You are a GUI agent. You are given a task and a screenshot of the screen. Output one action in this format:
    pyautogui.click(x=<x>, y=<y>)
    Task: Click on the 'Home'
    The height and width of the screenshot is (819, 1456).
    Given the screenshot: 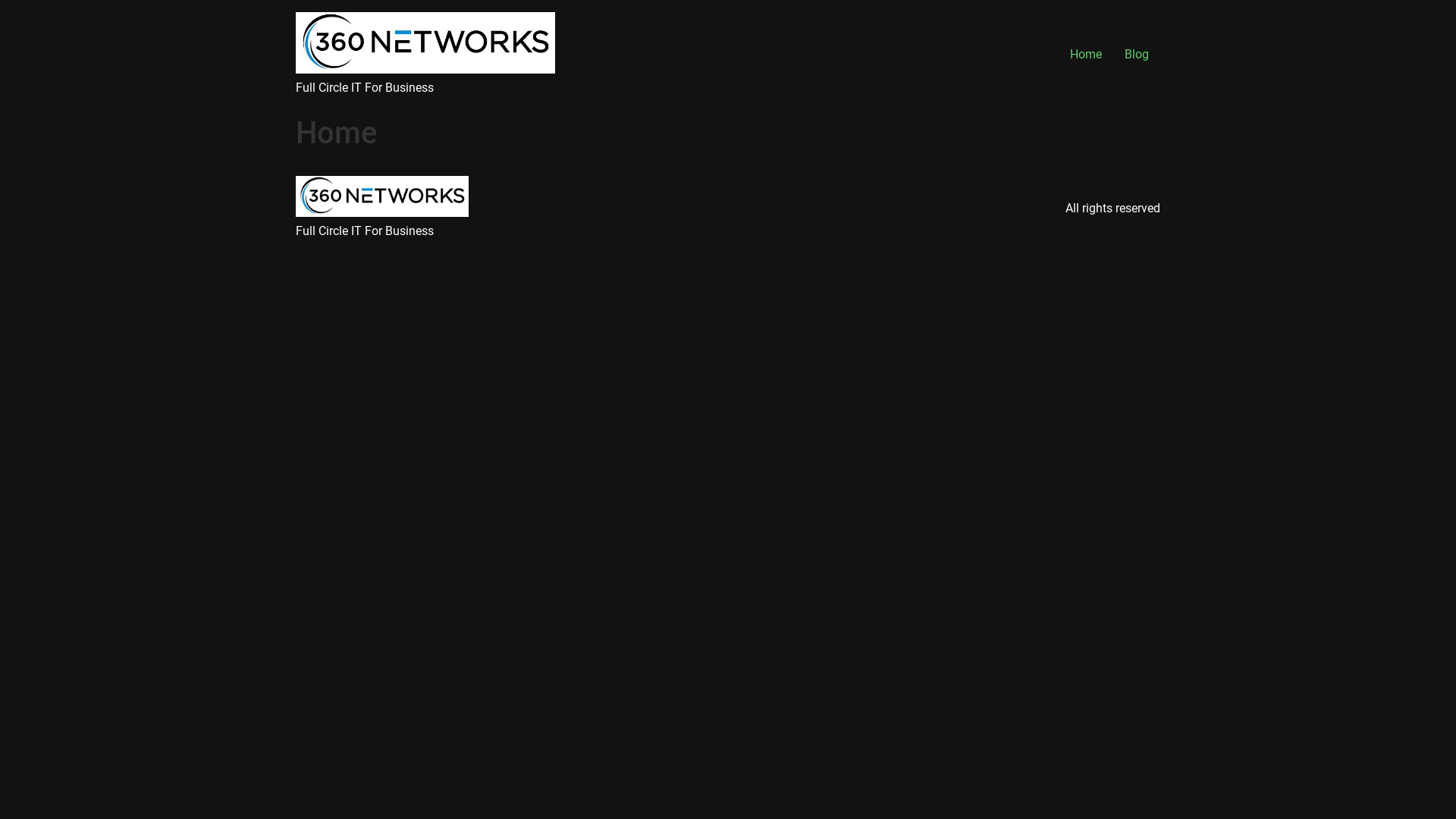 What is the action you would take?
    pyautogui.click(x=1084, y=54)
    